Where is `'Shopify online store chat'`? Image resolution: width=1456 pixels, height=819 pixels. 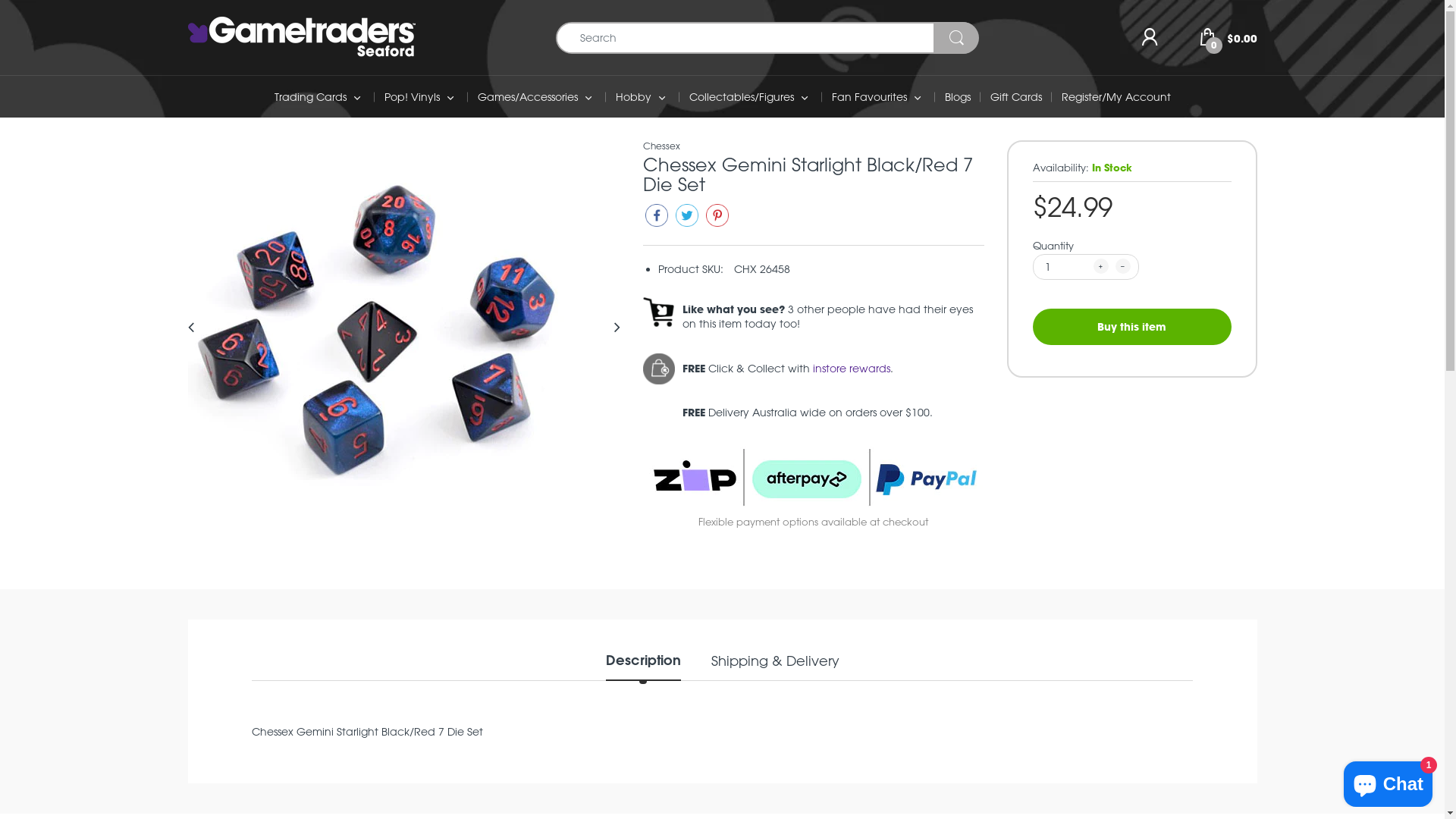 'Shopify online store chat' is located at coordinates (1388, 780).